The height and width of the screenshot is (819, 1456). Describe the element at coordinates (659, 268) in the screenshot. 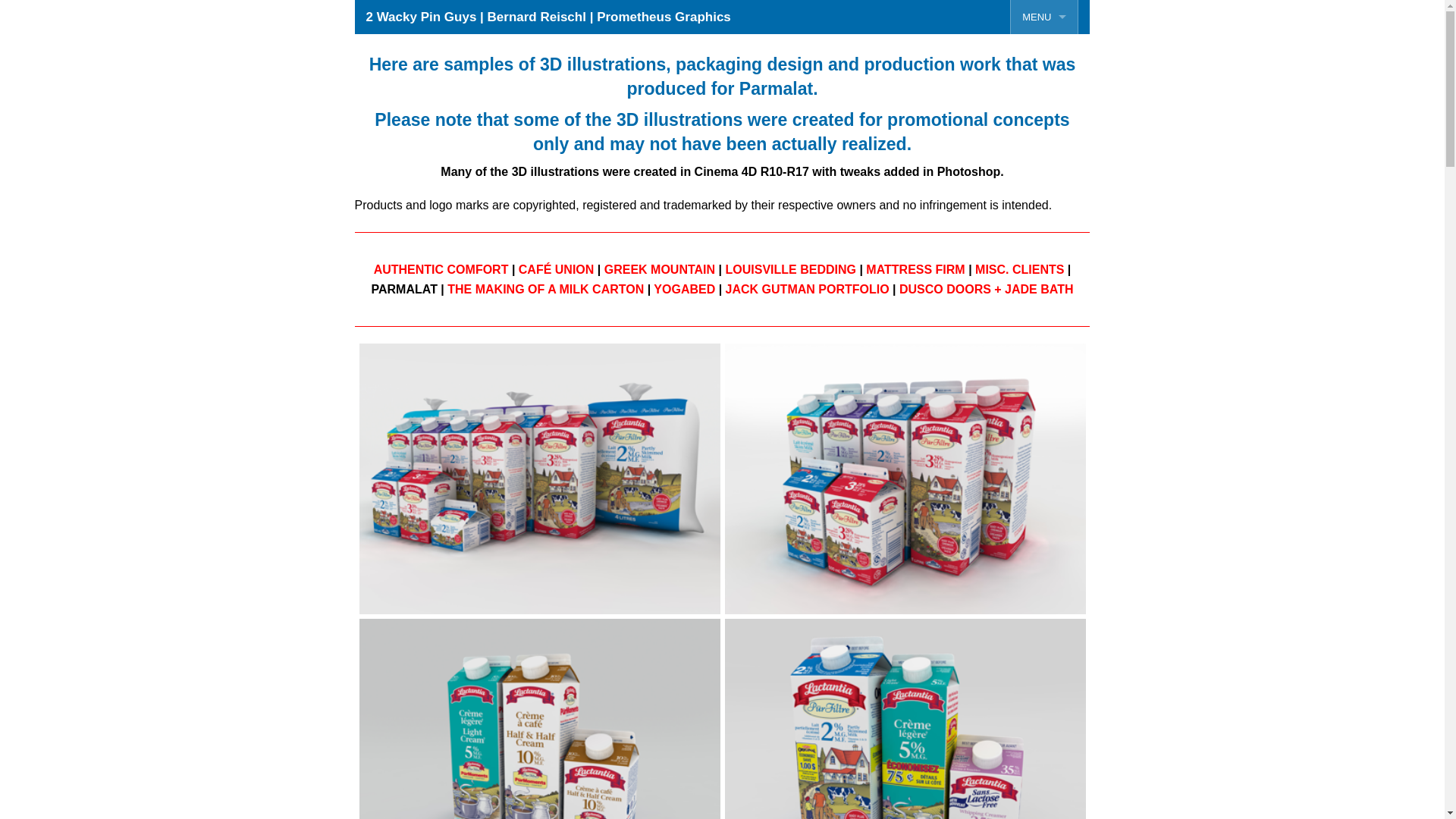

I see `'GREEK MOUNTAIN'` at that location.